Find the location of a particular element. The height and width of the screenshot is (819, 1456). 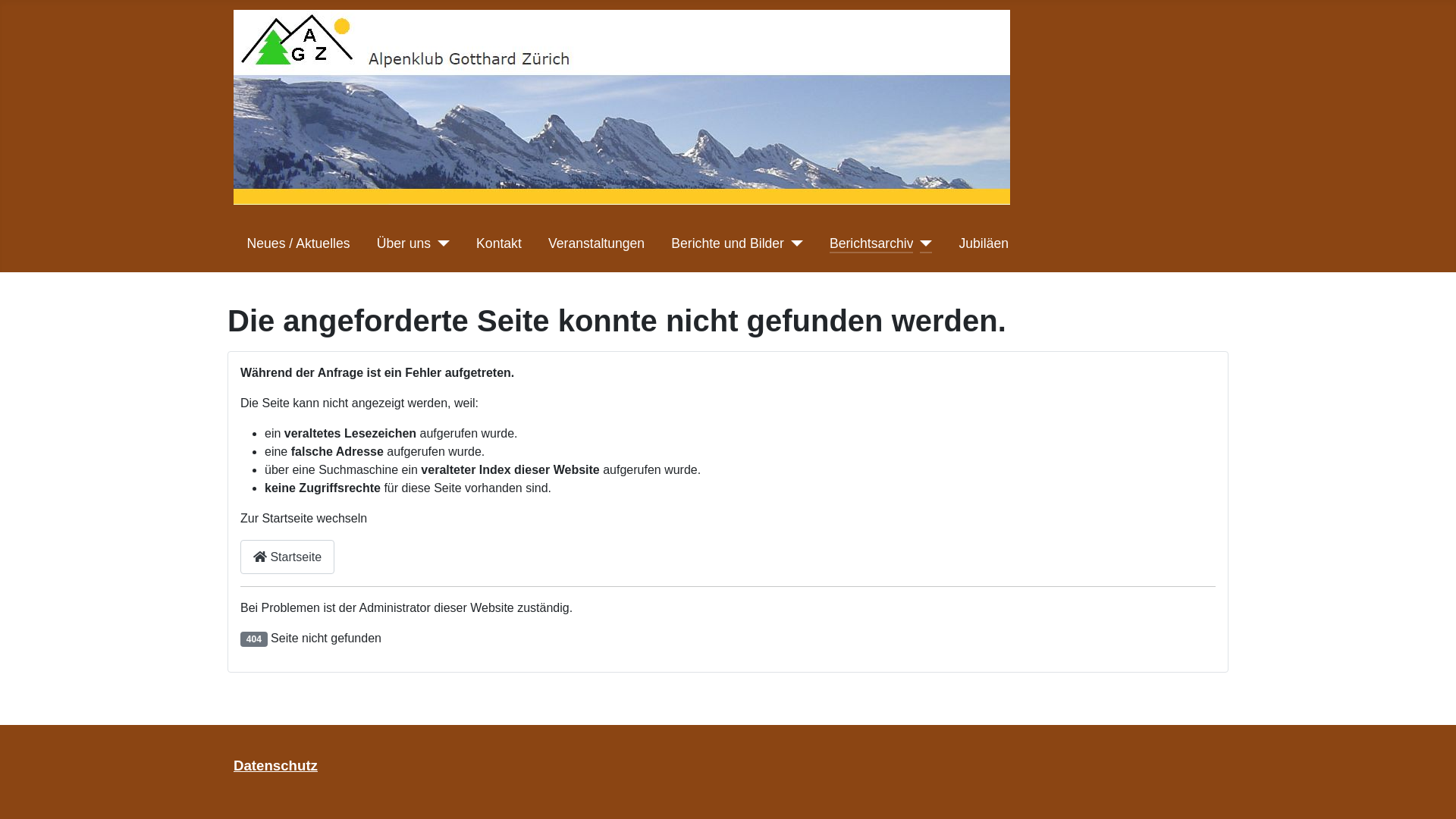

'Veranstaltungen' is located at coordinates (548, 242).